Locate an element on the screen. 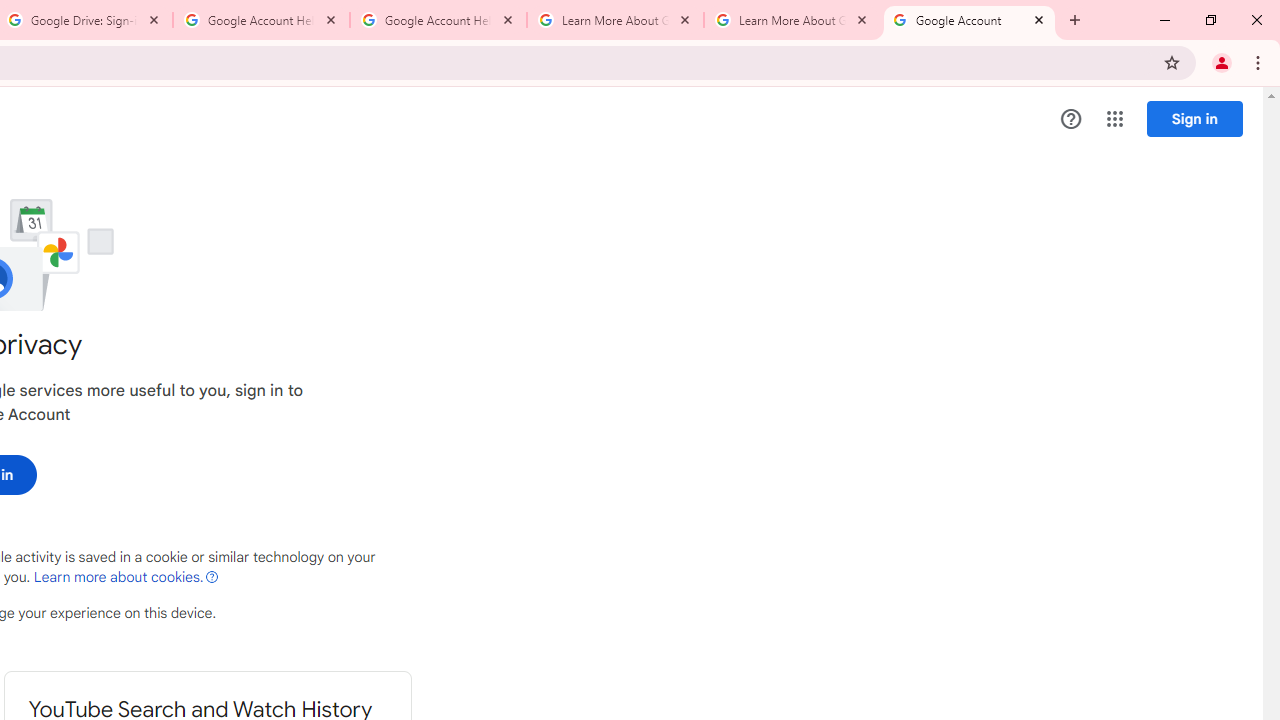  'Google Account Help' is located at coordinates (437, 20).